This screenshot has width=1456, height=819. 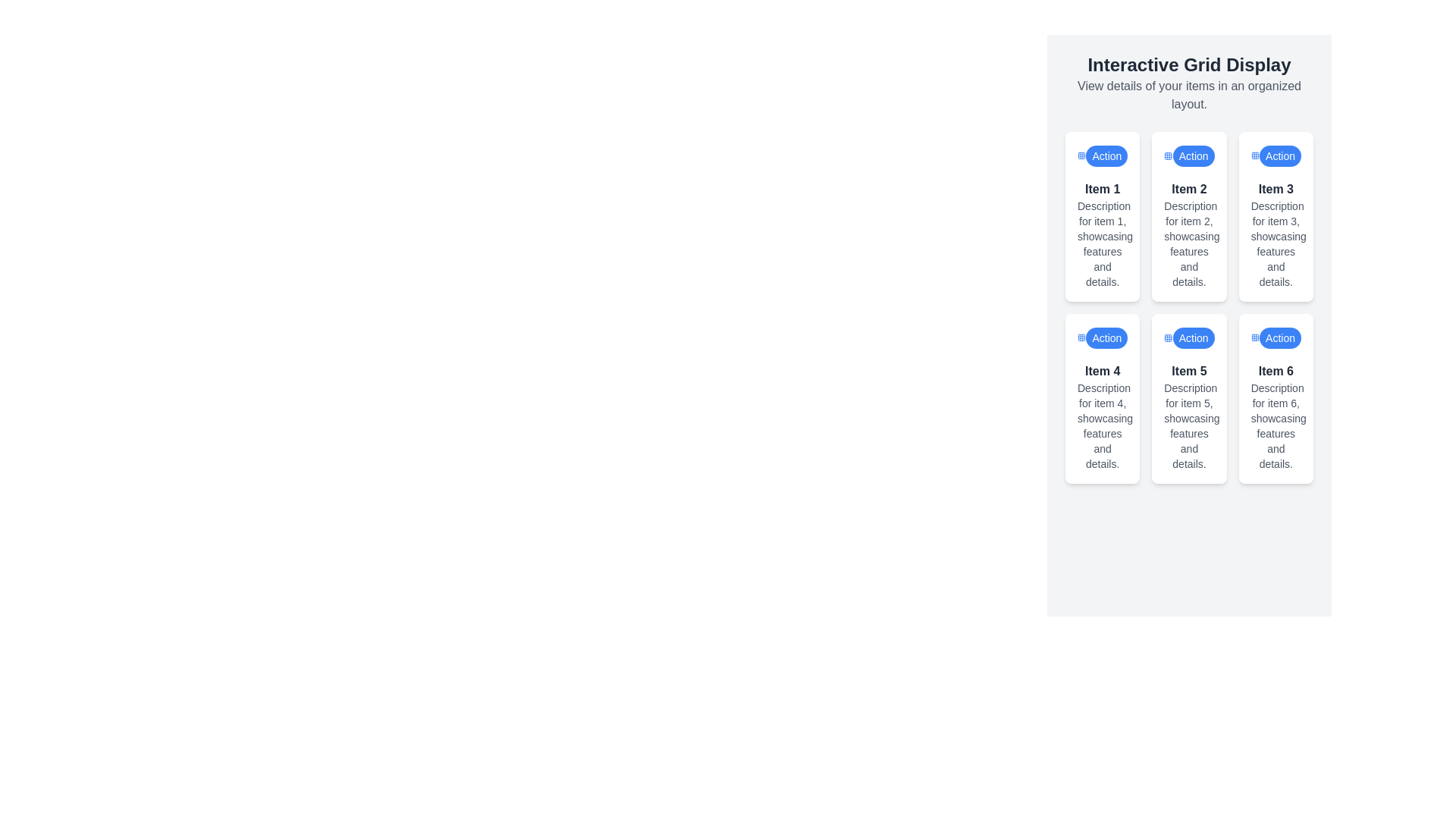 I want to click on the text label identifying 'Item 3', located at the top of the third column in a grid layout, above its description text, so click(x=1275, y=189).